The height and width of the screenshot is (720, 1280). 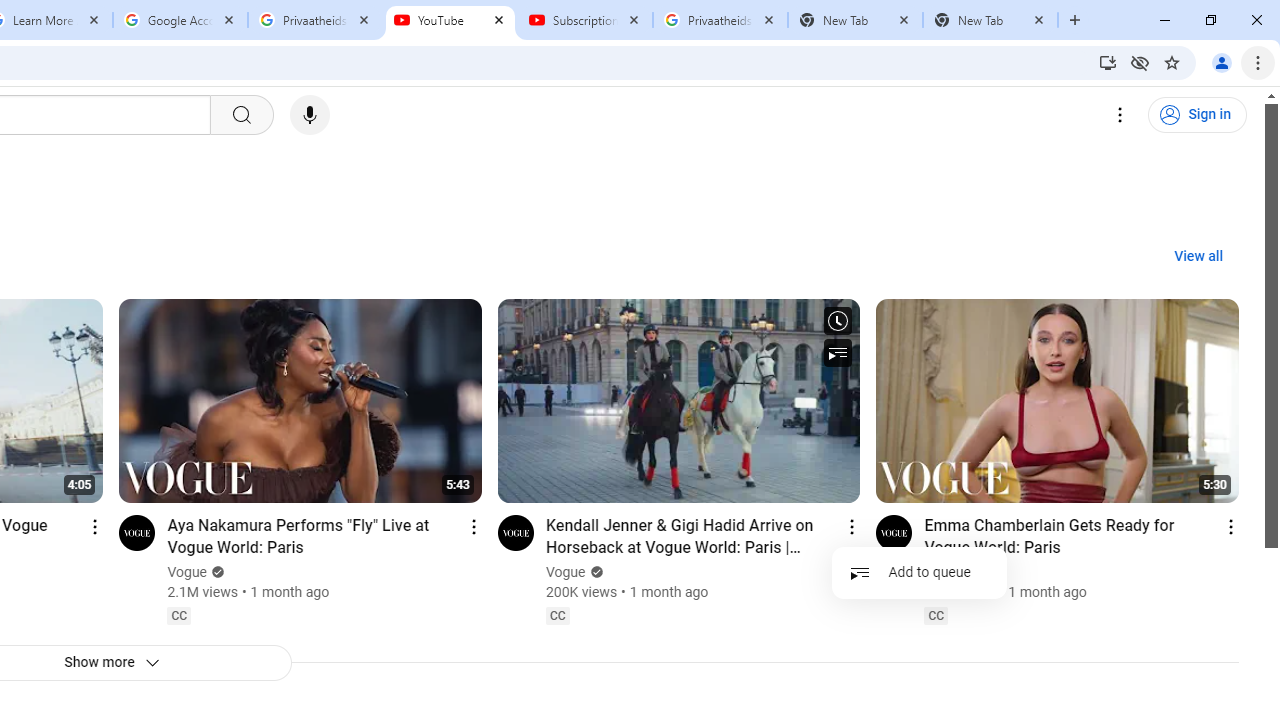 What do you see at coordinates (1198, 256) in the screenshot?
I see `'View all'` at bounding box center [1198, 256].